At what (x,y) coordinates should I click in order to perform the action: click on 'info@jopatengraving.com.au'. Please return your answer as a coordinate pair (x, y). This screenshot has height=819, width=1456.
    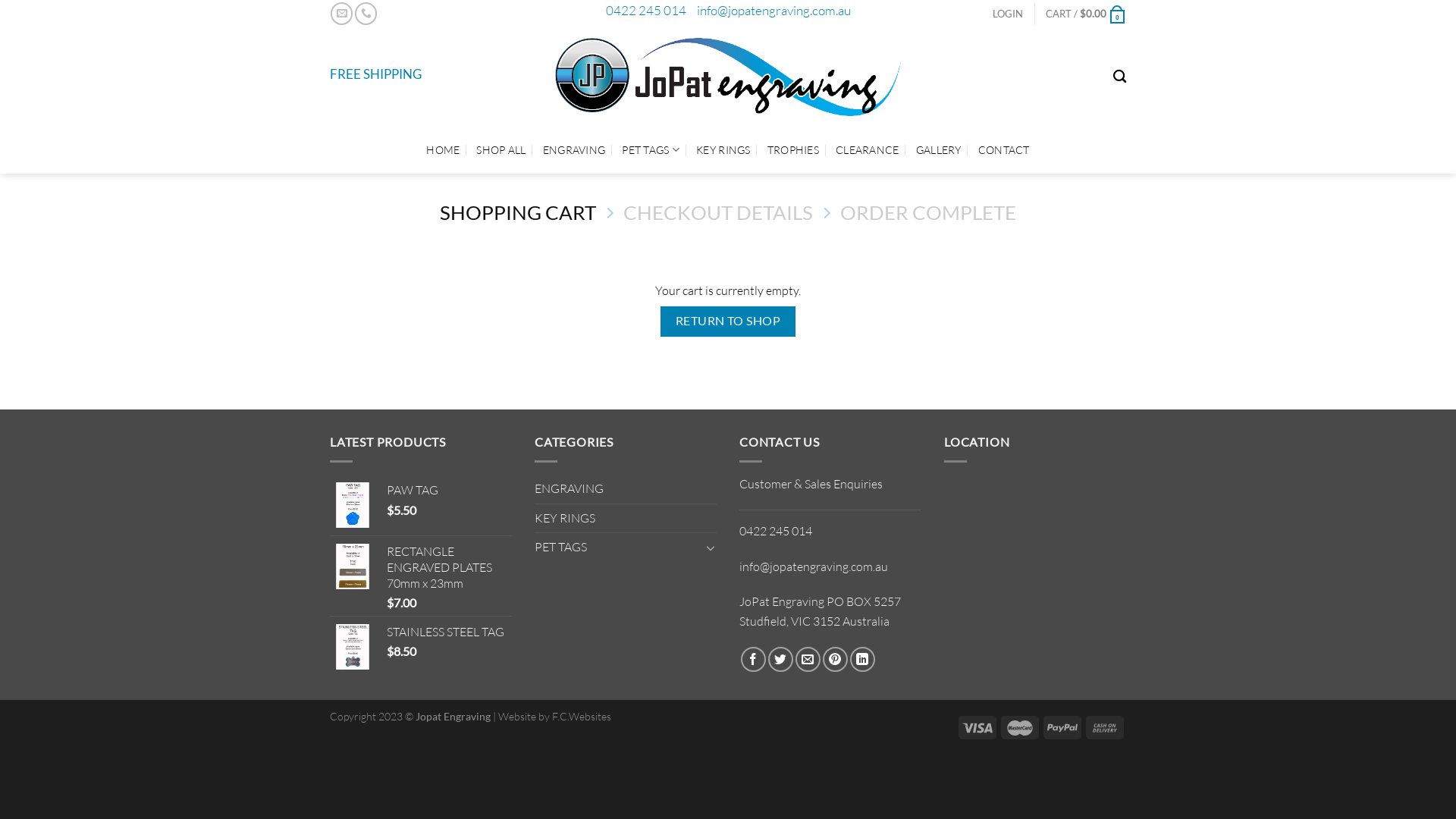
    Looking at the image, I should click on (773, 10).